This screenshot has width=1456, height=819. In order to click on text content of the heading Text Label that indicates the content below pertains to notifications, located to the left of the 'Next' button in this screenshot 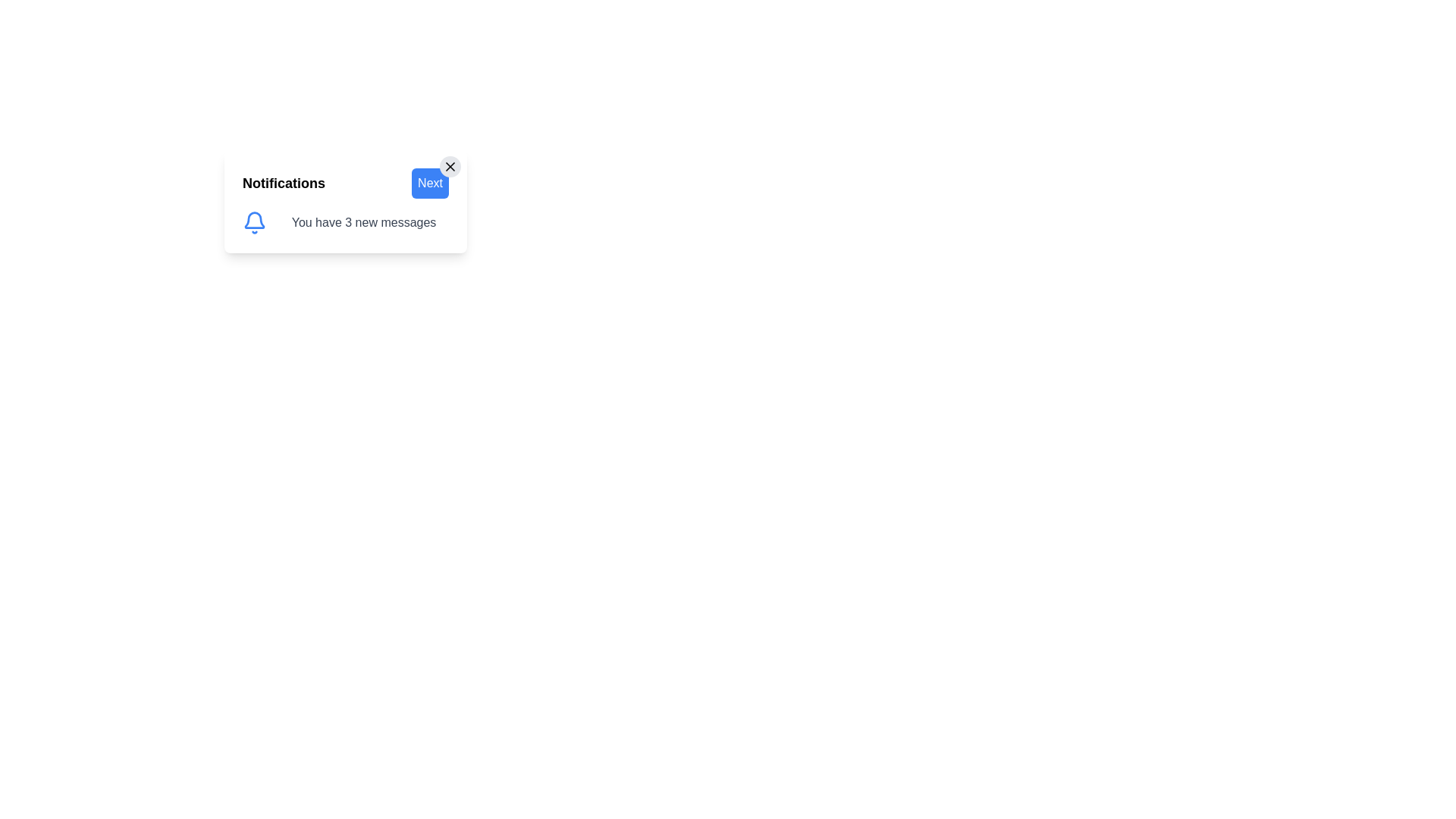, I will do `click(284, 183)`.